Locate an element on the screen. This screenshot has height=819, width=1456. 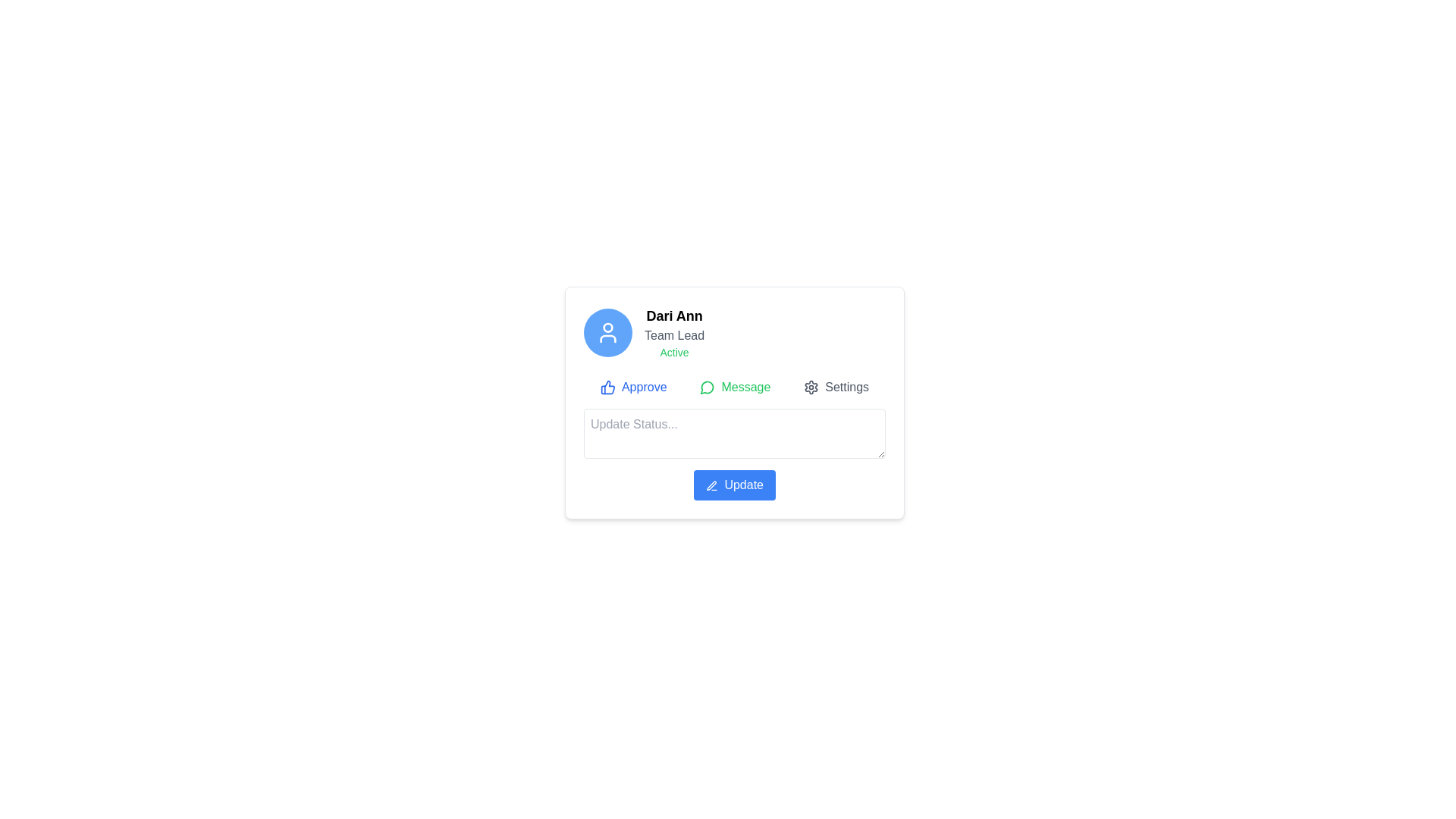
the messaging button located between the 'Approve' and 'Settings' buttons is located at coordinates (735, 386).